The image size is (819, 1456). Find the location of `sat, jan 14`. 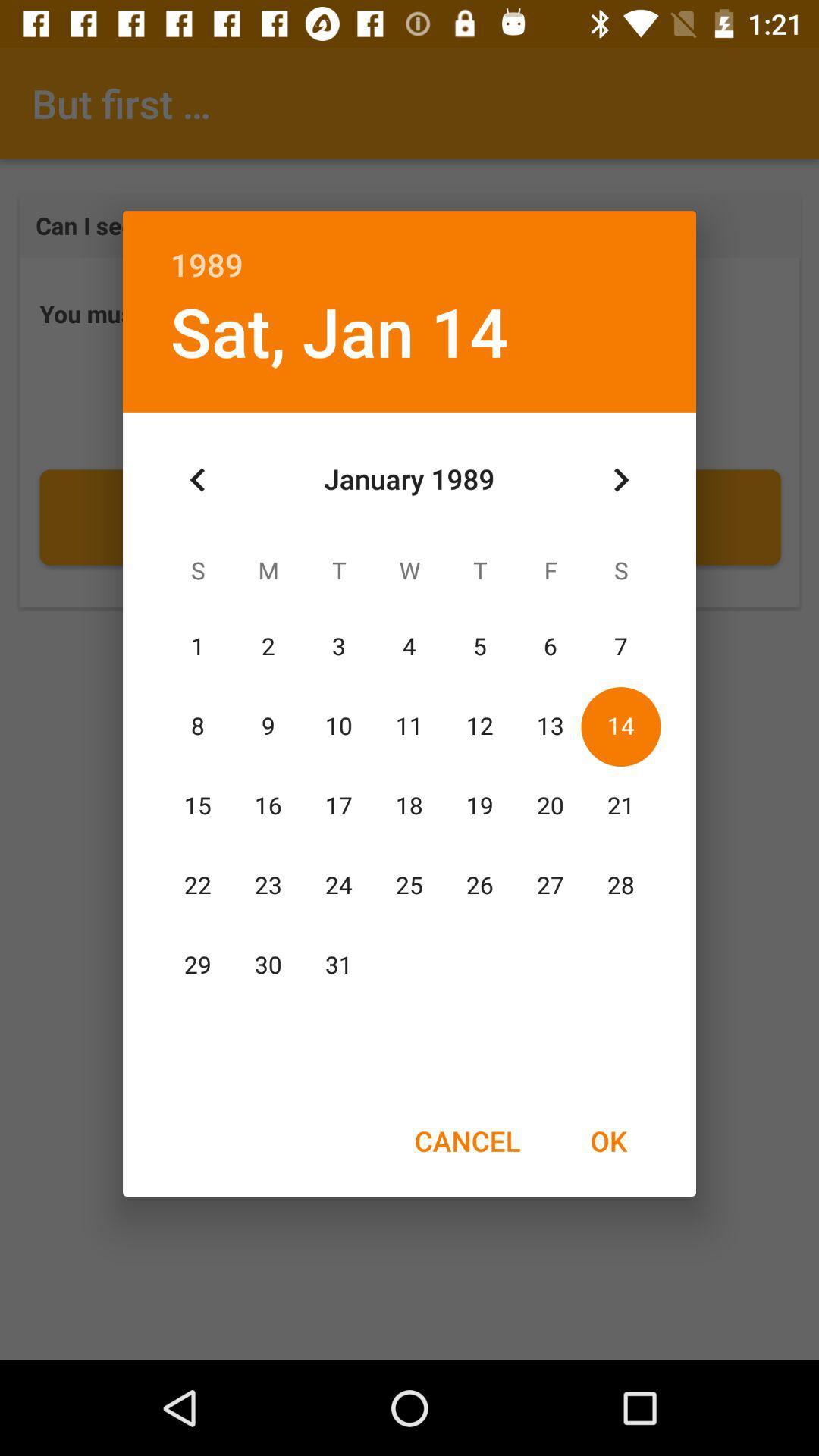

sat, jan 14 is located at coordinates (338, 330).